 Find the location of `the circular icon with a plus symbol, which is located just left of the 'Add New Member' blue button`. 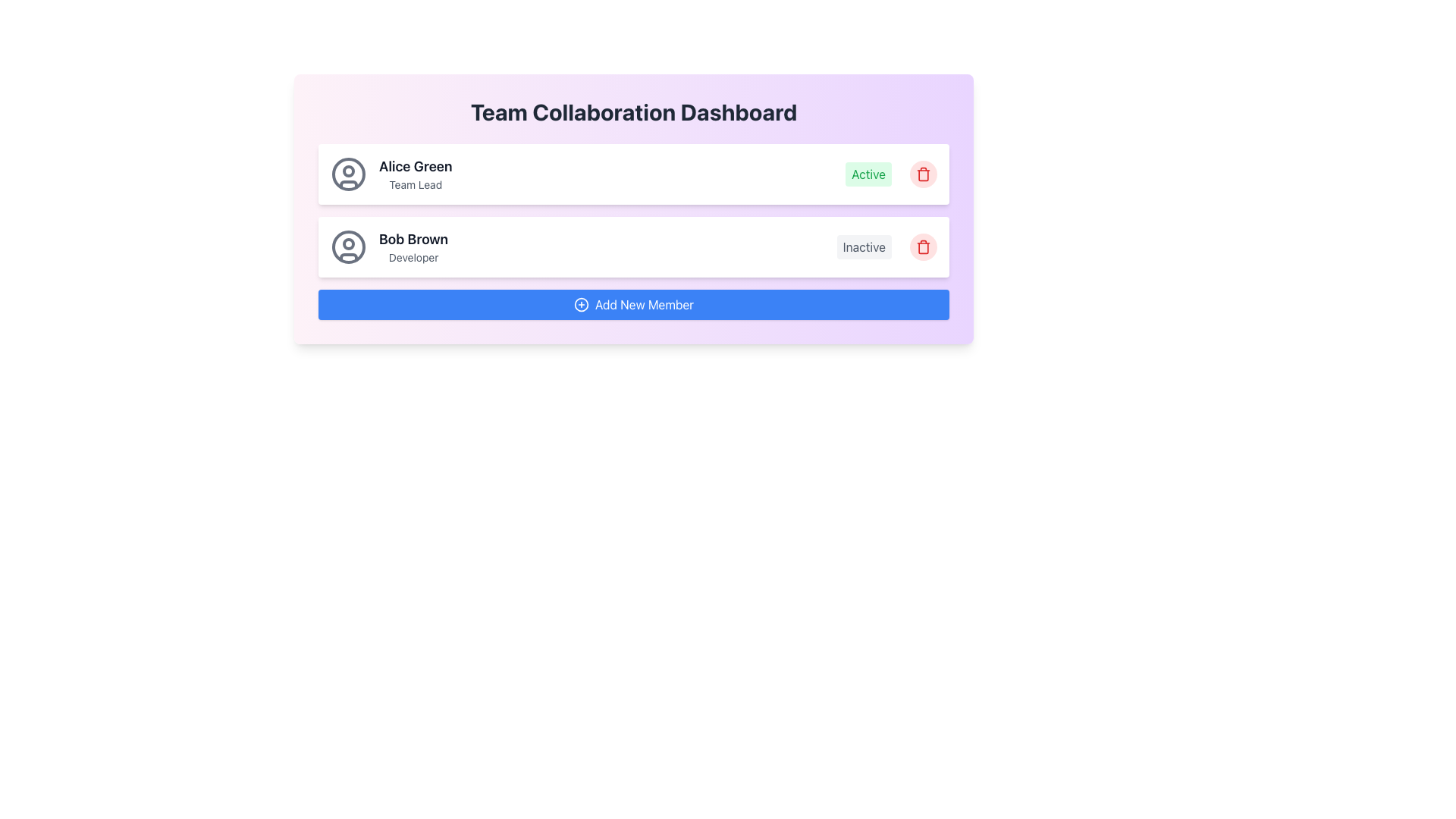

the circular icon with a plus symbol, which is located just left of the 'Add New Member' blue button is located at coordinates (580, 304).